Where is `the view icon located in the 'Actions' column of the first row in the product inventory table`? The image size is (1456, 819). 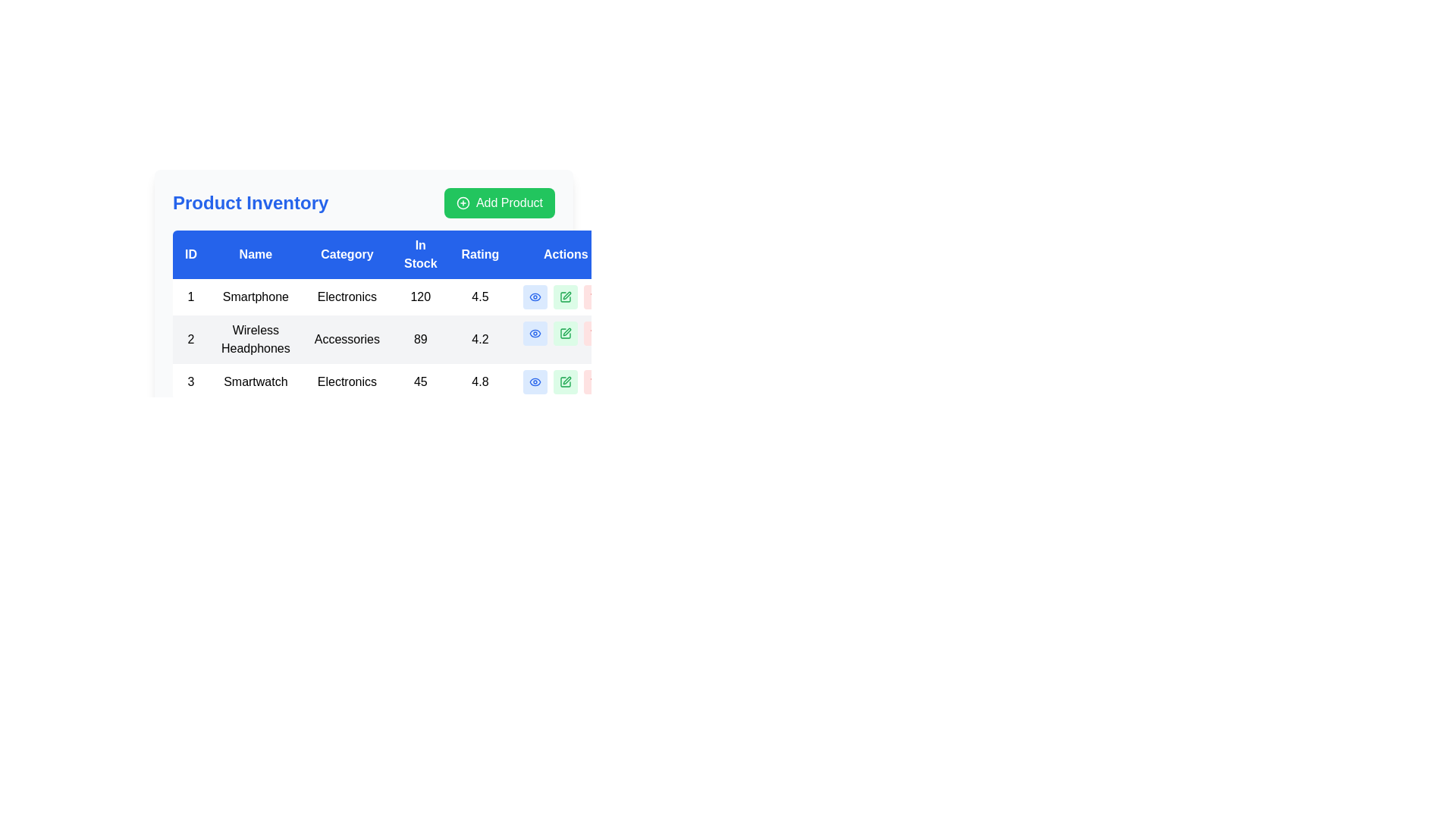 the view icon located in the 'Actions' column of the first row in the product inventory table is located at coordinates (535, 297).